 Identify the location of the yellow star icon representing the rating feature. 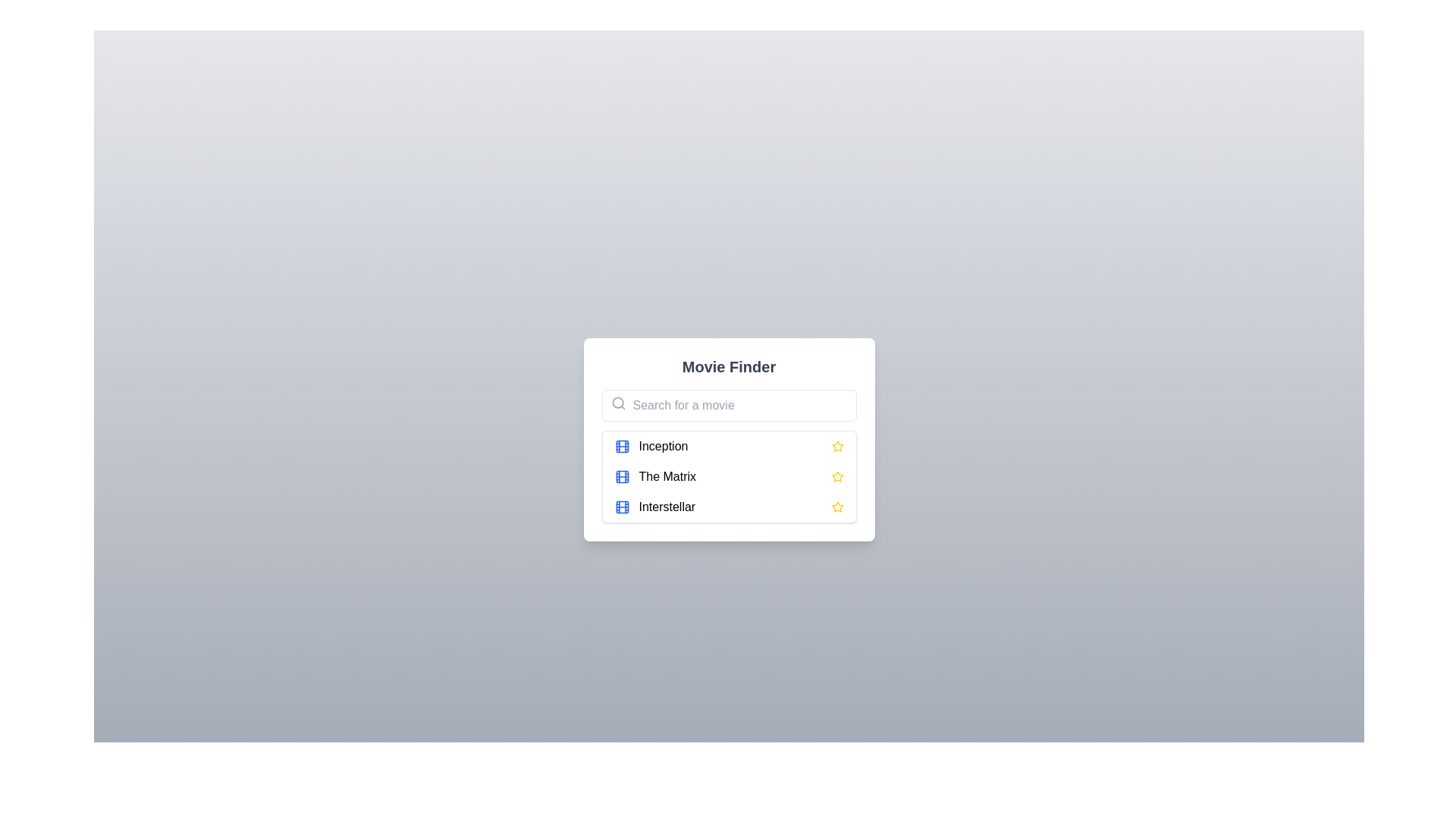
(836, 507).